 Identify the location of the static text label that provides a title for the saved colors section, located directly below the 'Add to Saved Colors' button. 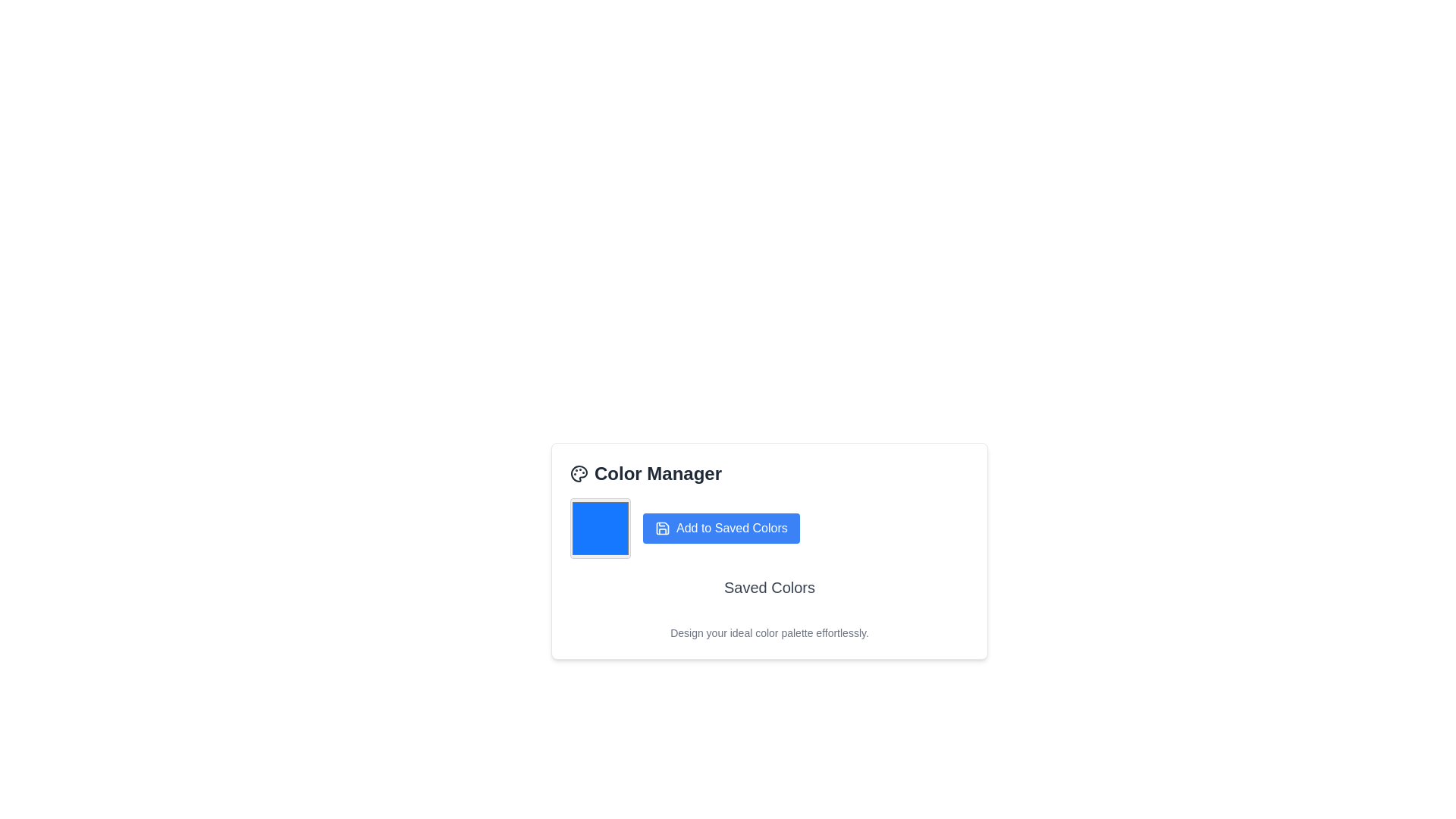
(769, 587).